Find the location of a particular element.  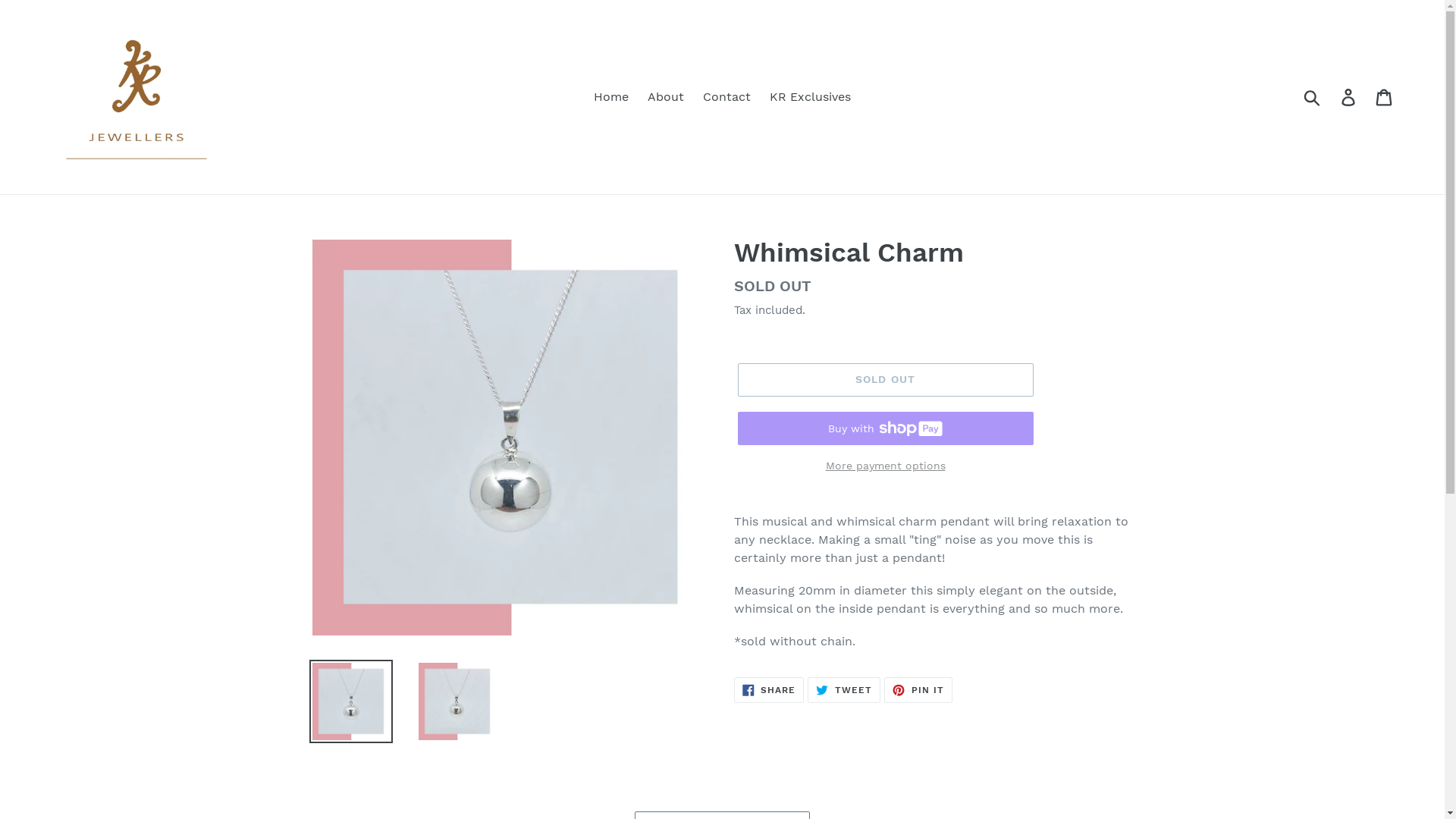

'Home' is located at coordinates (611, 96).